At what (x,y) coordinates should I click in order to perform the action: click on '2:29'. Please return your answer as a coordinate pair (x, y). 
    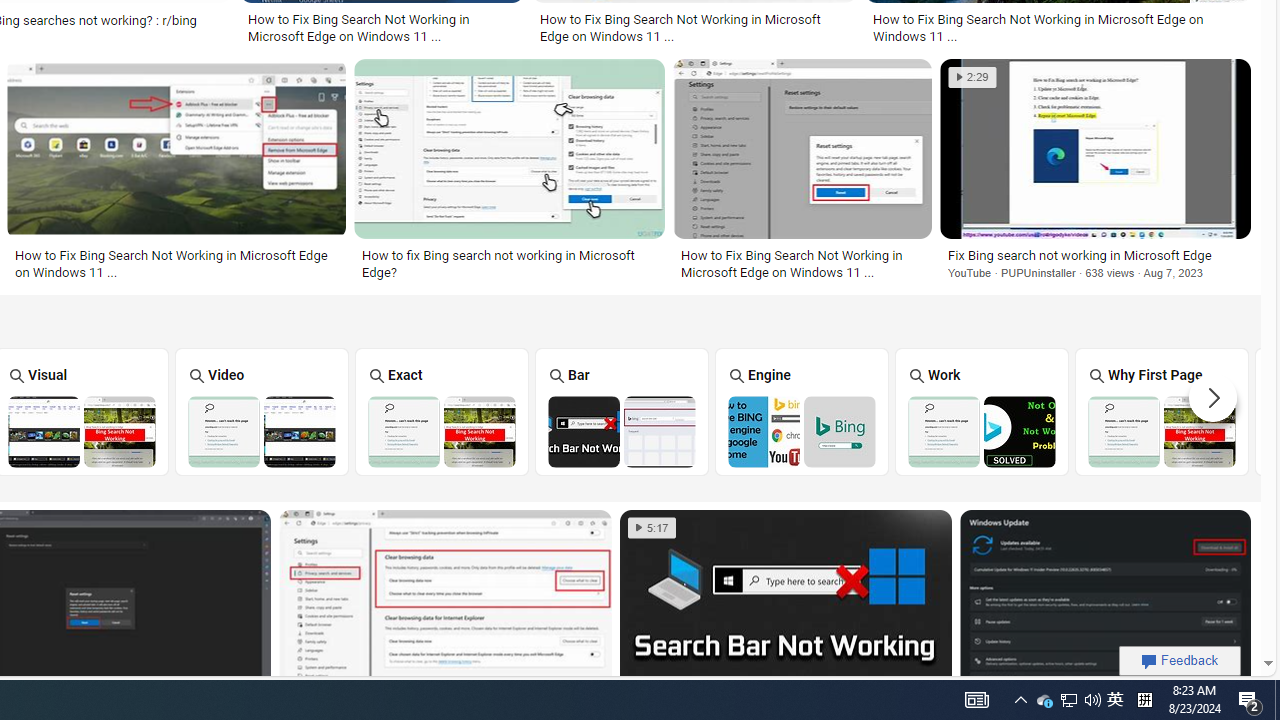
    Looking at the image, I should click on (972, 76).